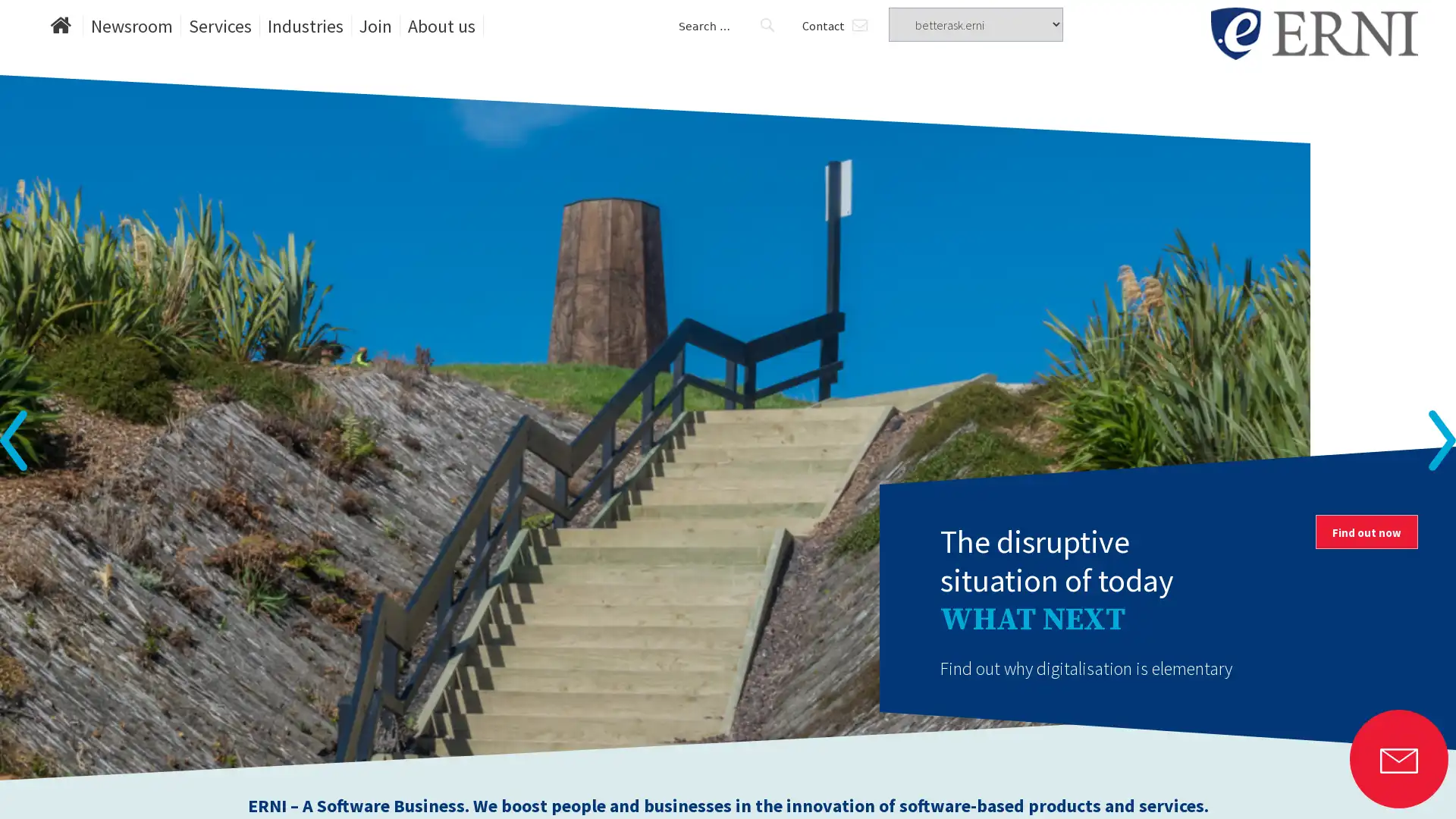 This screenshot has width=1456, height=819. What do you see at coordinates (767, 66) in the screenshot?
I see `Search` at bounding box center [767, 66].